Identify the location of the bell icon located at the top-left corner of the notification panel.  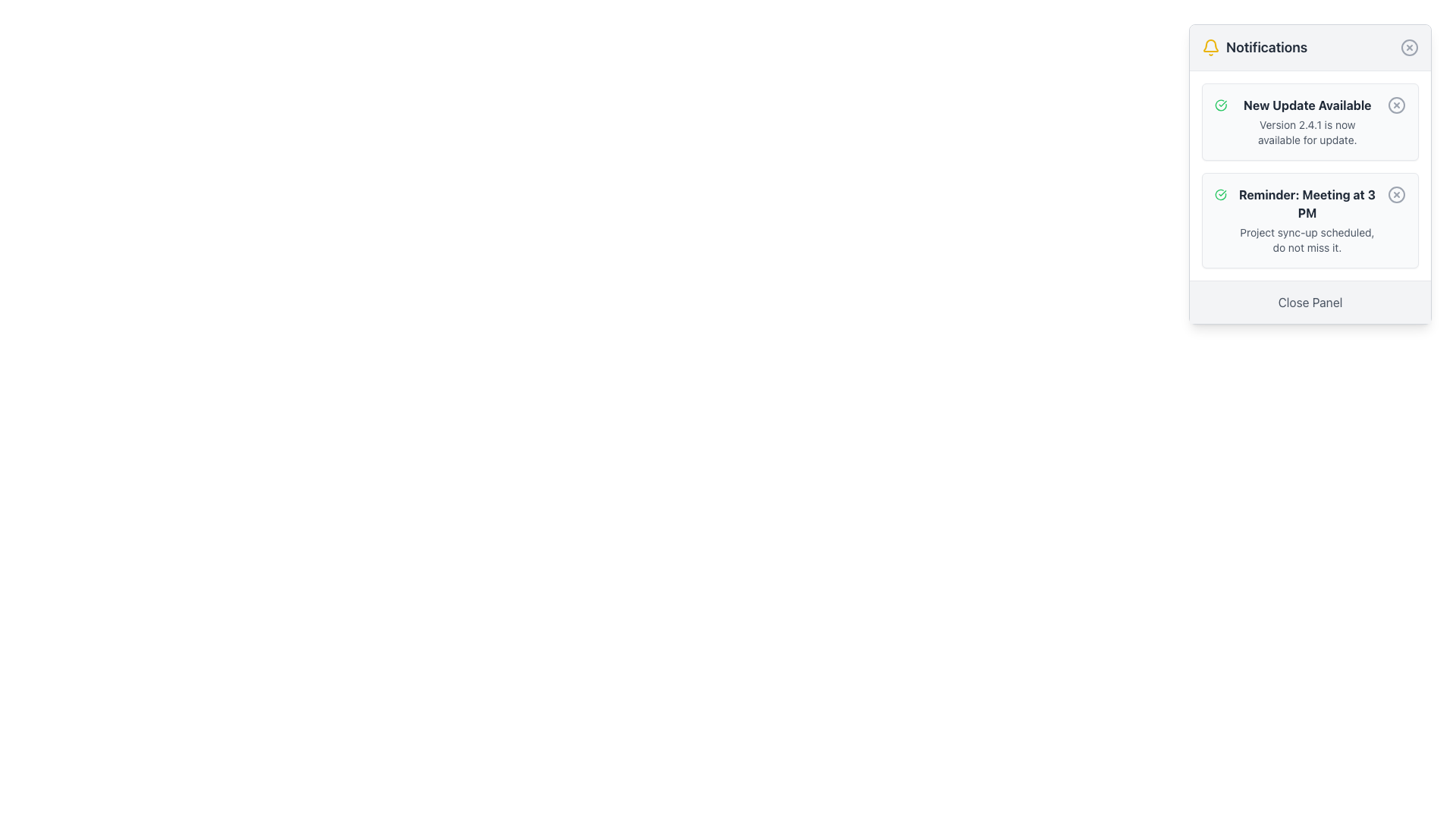
(1210, 46).